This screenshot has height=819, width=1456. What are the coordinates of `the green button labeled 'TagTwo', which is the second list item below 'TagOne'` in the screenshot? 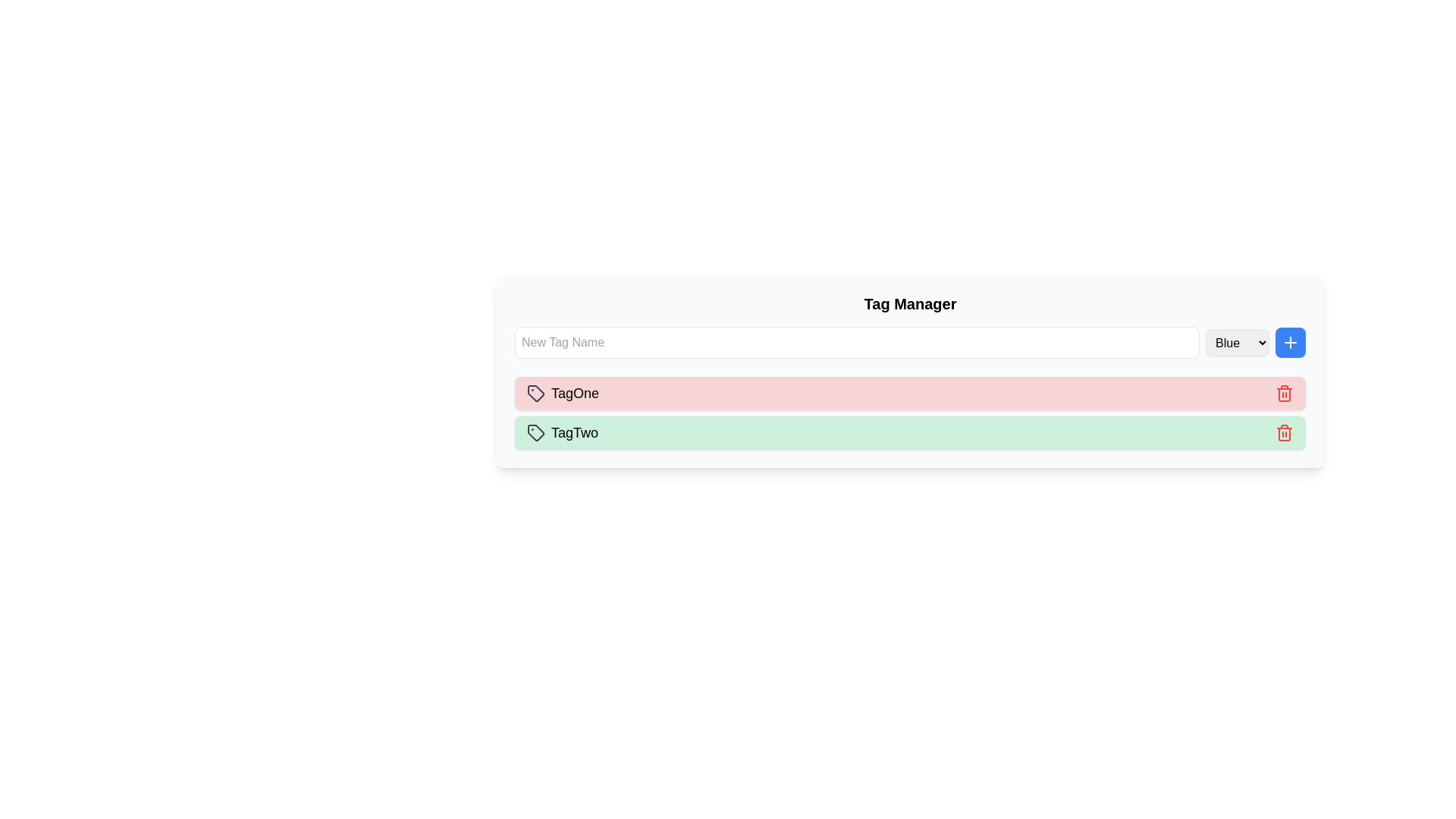 It's located at (910, 432).